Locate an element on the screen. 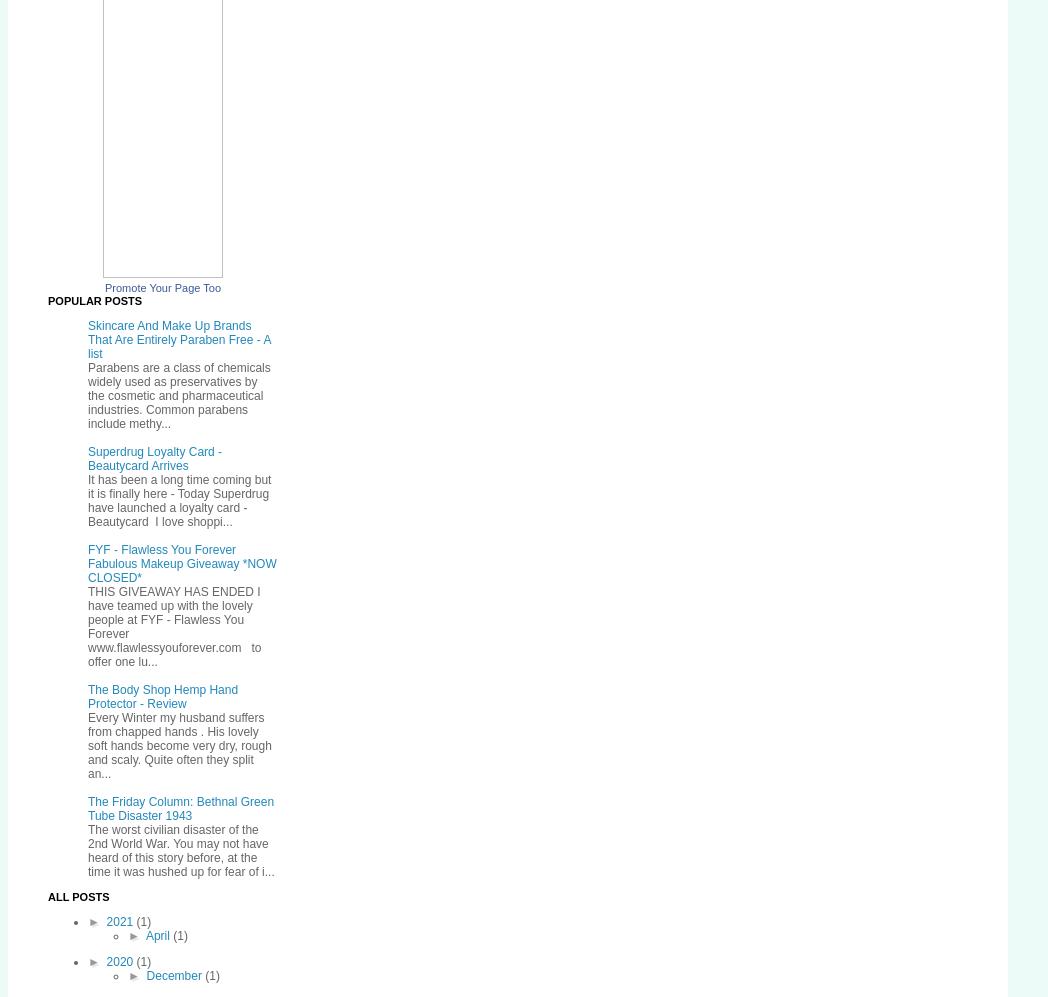  '2020' is located at coordinates (120, 961).